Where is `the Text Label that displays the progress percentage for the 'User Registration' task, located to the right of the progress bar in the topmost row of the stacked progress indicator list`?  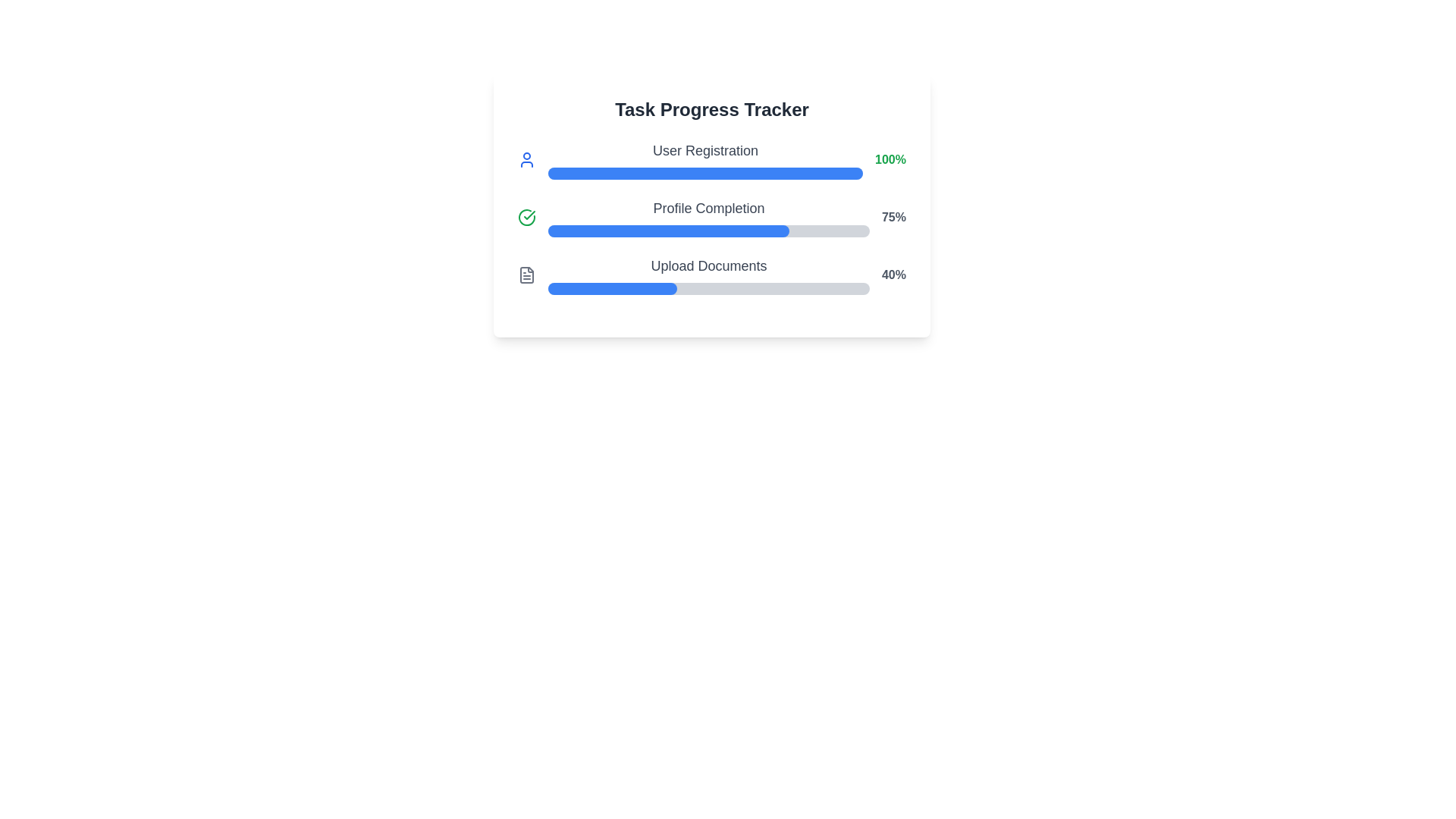 the Text Label that displays the progress percentage for the 'User Registration' task, located to the right of the progress bar in the topmost row of the stacked progress indicator list is located at coordinates (890, 160).